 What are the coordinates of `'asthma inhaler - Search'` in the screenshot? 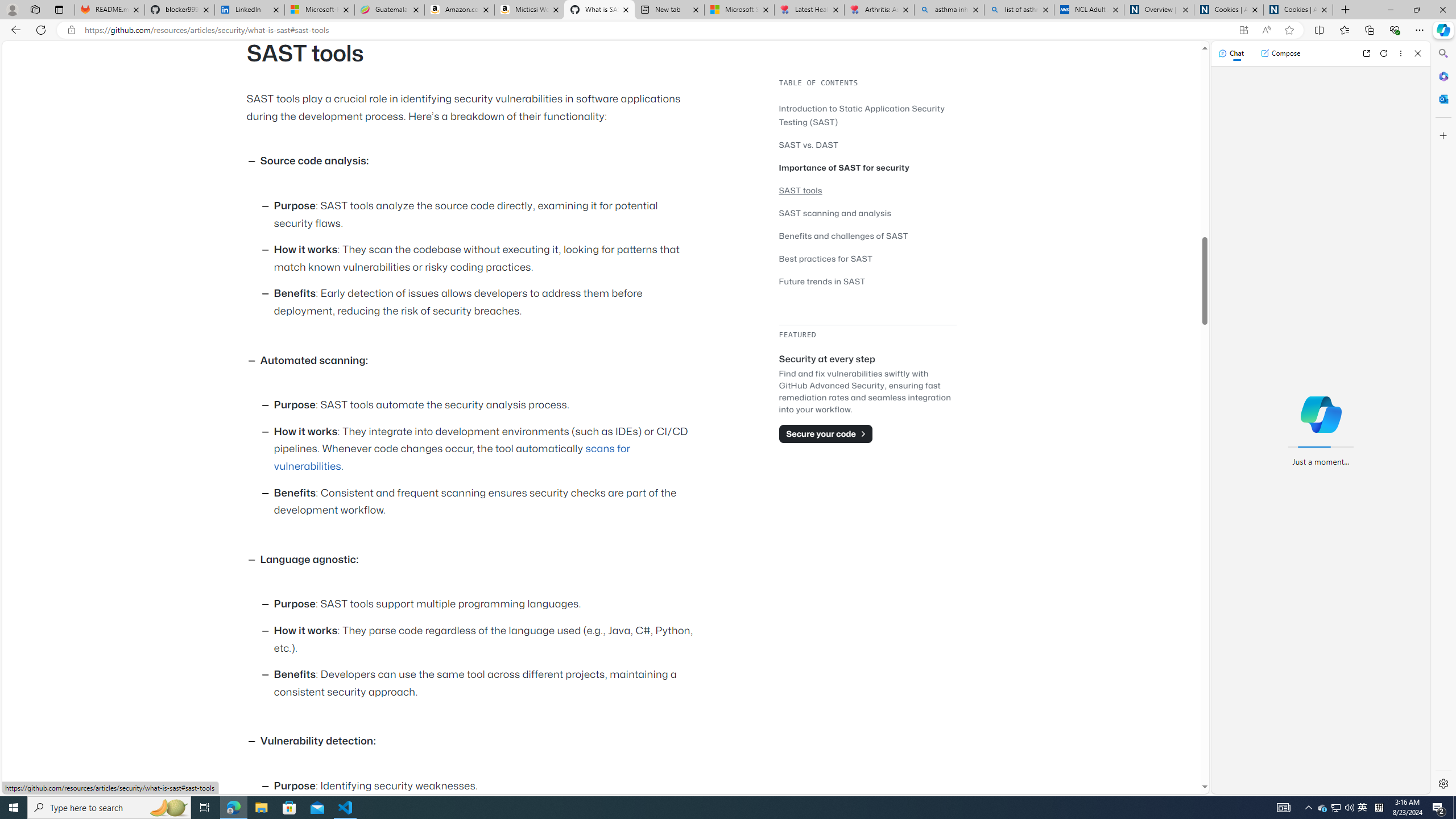 It's located at (949, 9).